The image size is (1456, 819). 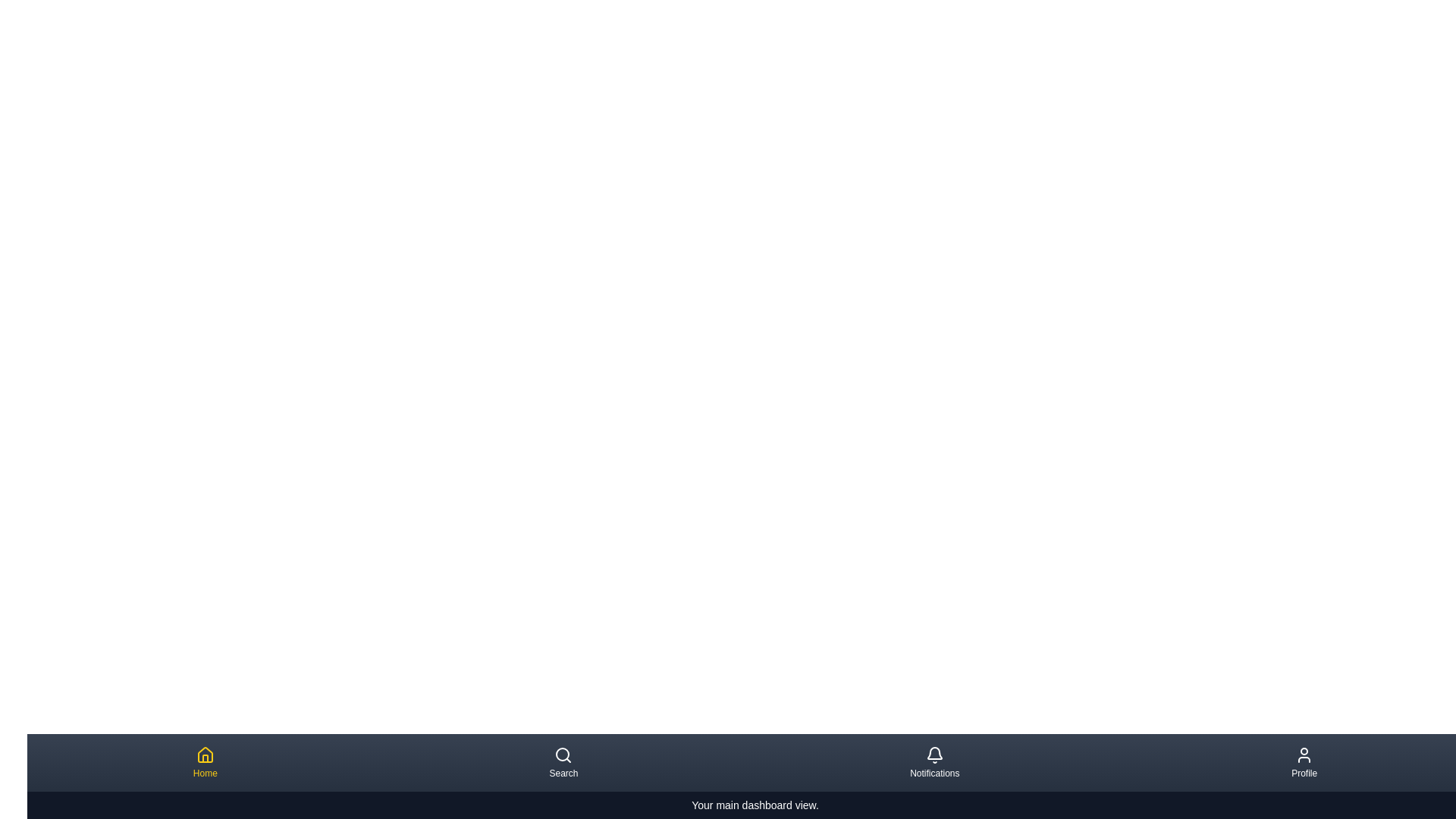 What do you see at coordinates (934, 763) in the screenshot?
I see `the navigation item Notifications by clicking on its button` at bounding box center [934, 763].